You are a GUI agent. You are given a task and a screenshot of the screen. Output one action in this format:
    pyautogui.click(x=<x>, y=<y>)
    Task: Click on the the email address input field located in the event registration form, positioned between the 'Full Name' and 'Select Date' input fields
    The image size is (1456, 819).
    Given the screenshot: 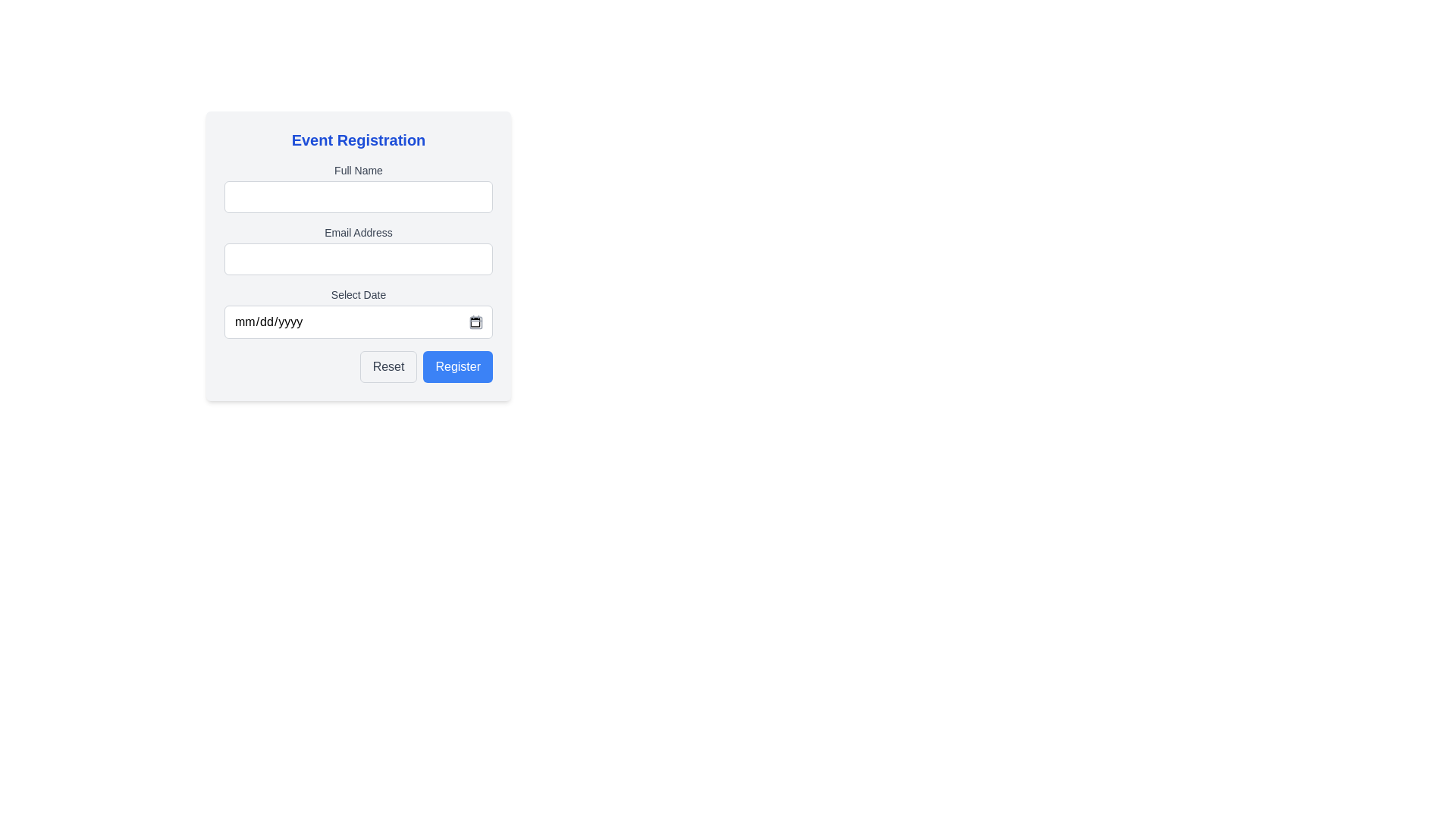 What is the action you would take?
    pyautogui.click(x=358, y=256)
    